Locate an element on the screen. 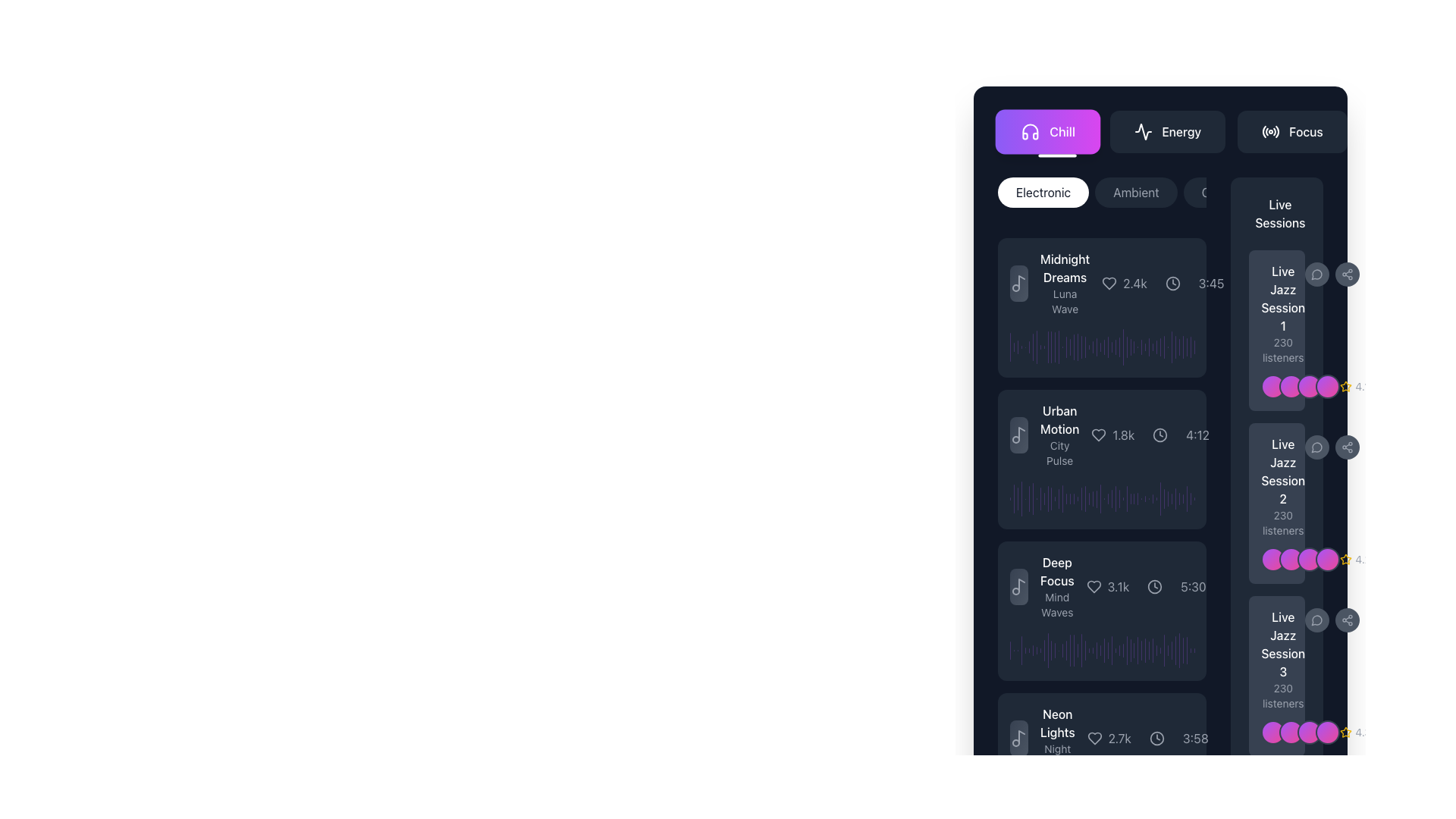 The width and height of the screenshot is (1456, 819). the text display showing '3.1k', styled in light grey on a dark blue background, located next to a heart icon and part of the 'Deep Focus' list entry is located at coordinates (1118, 586).